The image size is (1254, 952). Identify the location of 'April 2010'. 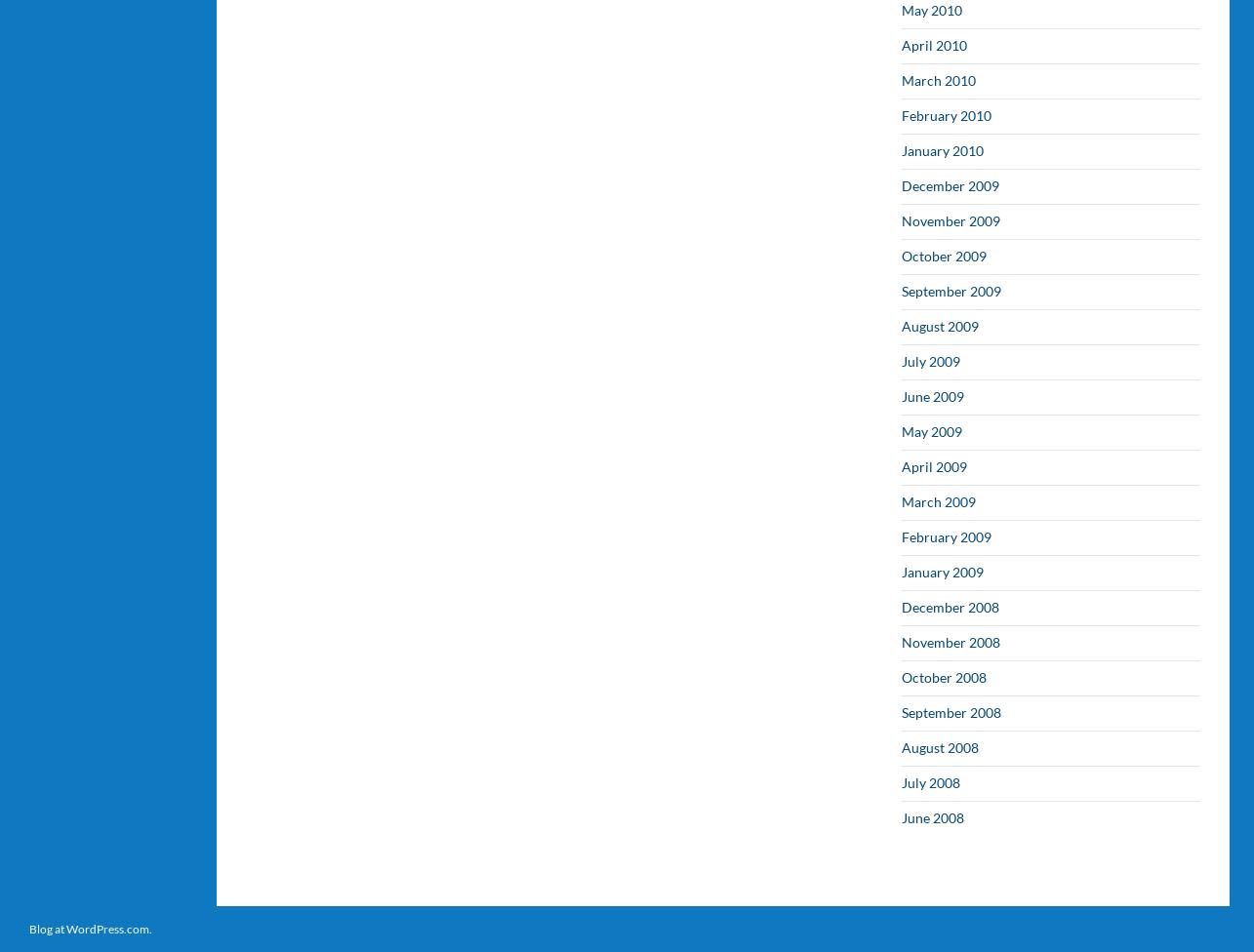
(902, 45).